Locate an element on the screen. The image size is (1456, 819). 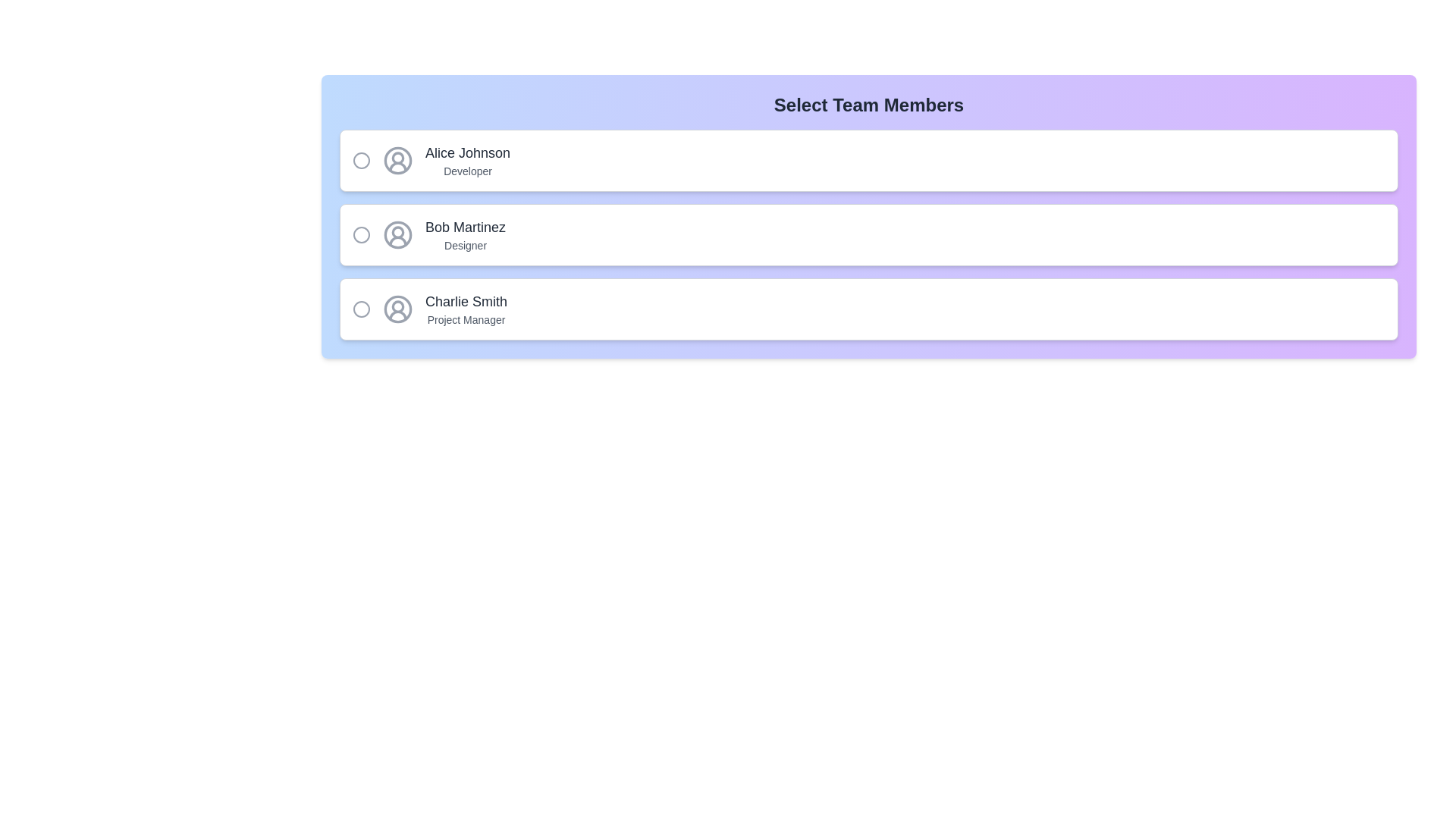
the radio button for 'Alice Johnson Developer', which is the leftmost component in the first row of the user selection list is located at coordinates (360, 161).